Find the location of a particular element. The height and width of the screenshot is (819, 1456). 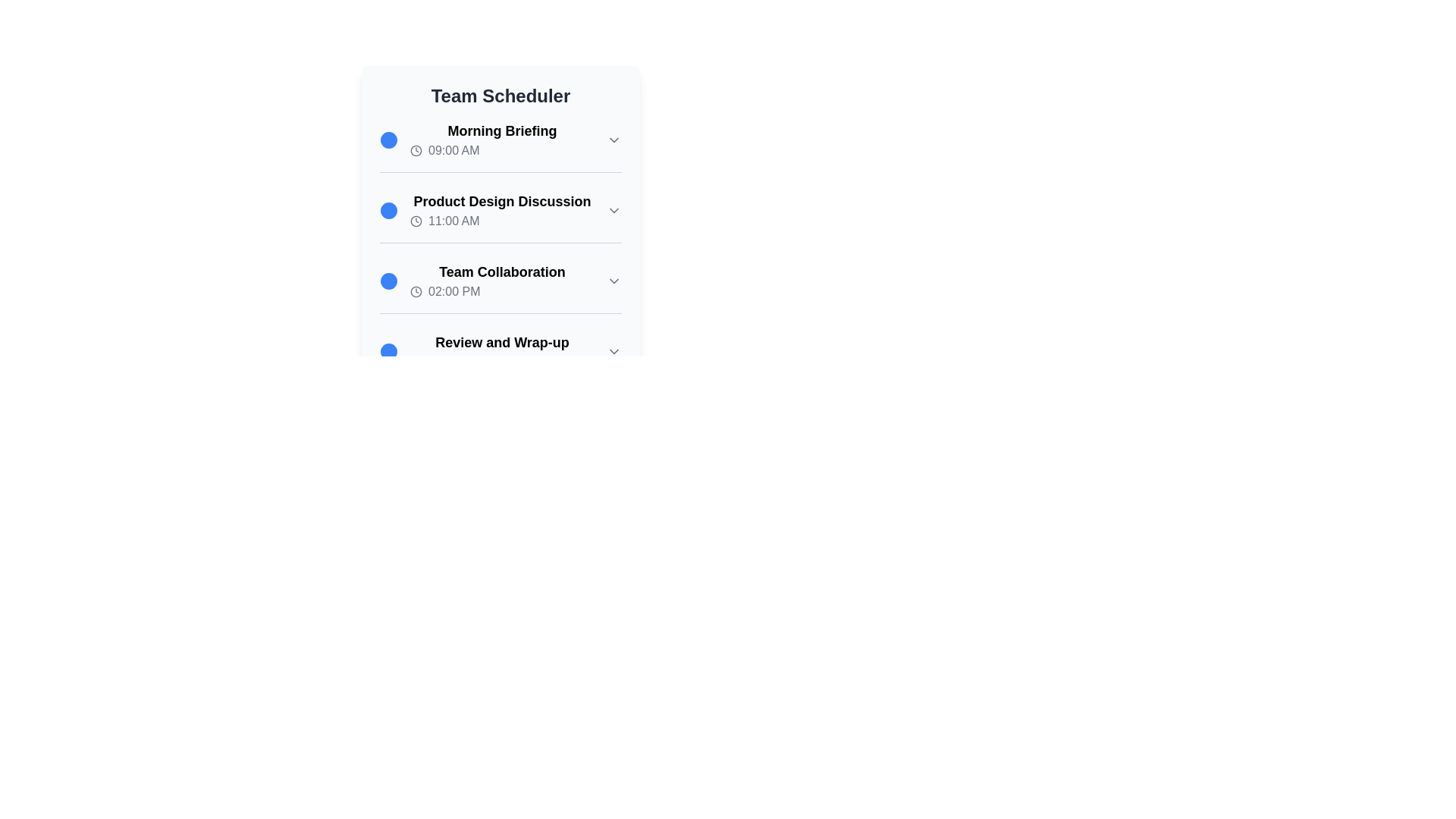

text element displaying 'Morning Briefing 09:00 AM', which is the first agenda item in the scheduler and located near the center of the interface is located at coordinates (502, 130).